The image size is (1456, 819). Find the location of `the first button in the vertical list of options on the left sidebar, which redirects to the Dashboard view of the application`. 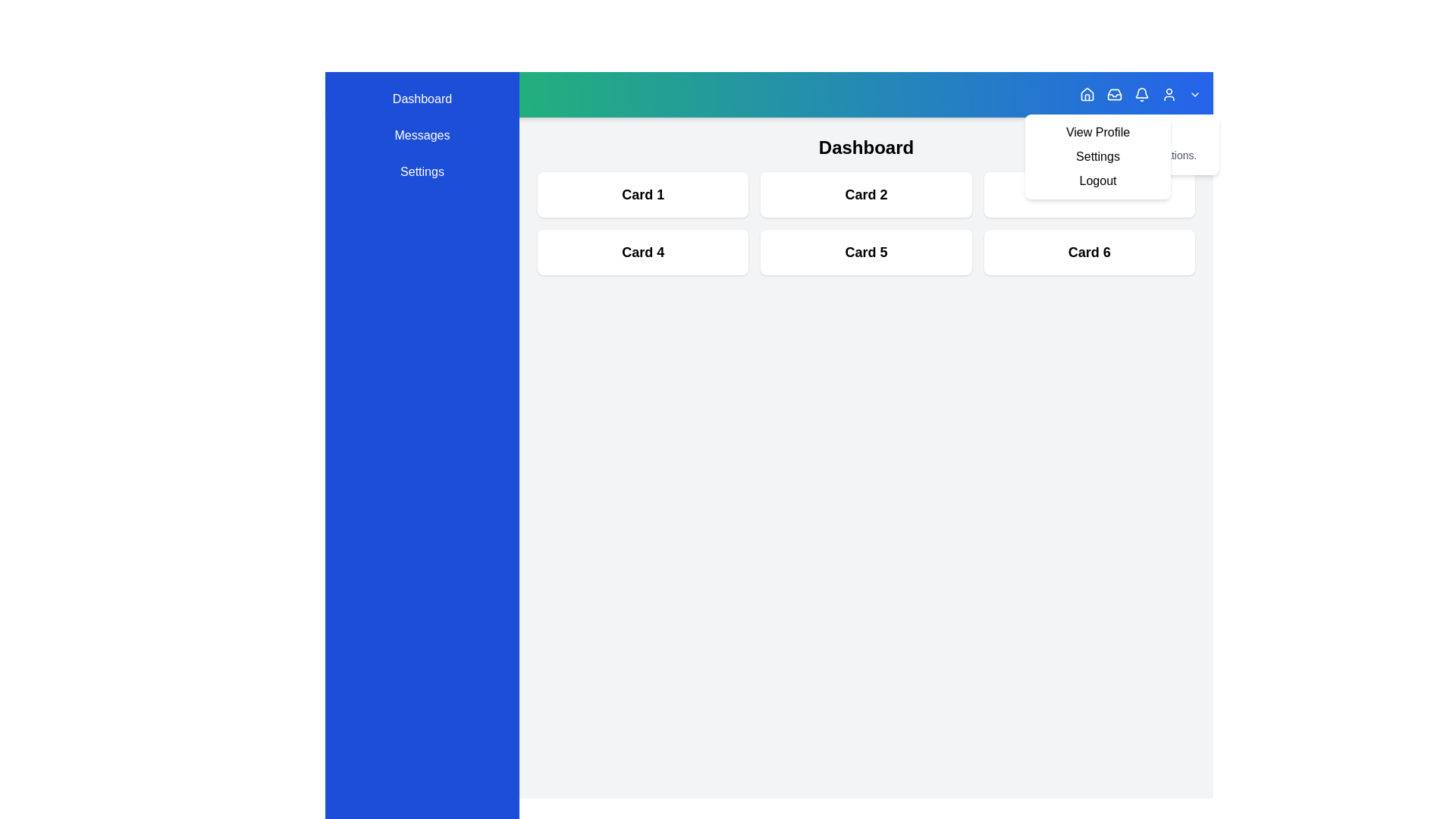

the first button in the vertical list of options on the left sidebar, which redirects to the Dashboard view of the application is located at coordinates (422, 99).